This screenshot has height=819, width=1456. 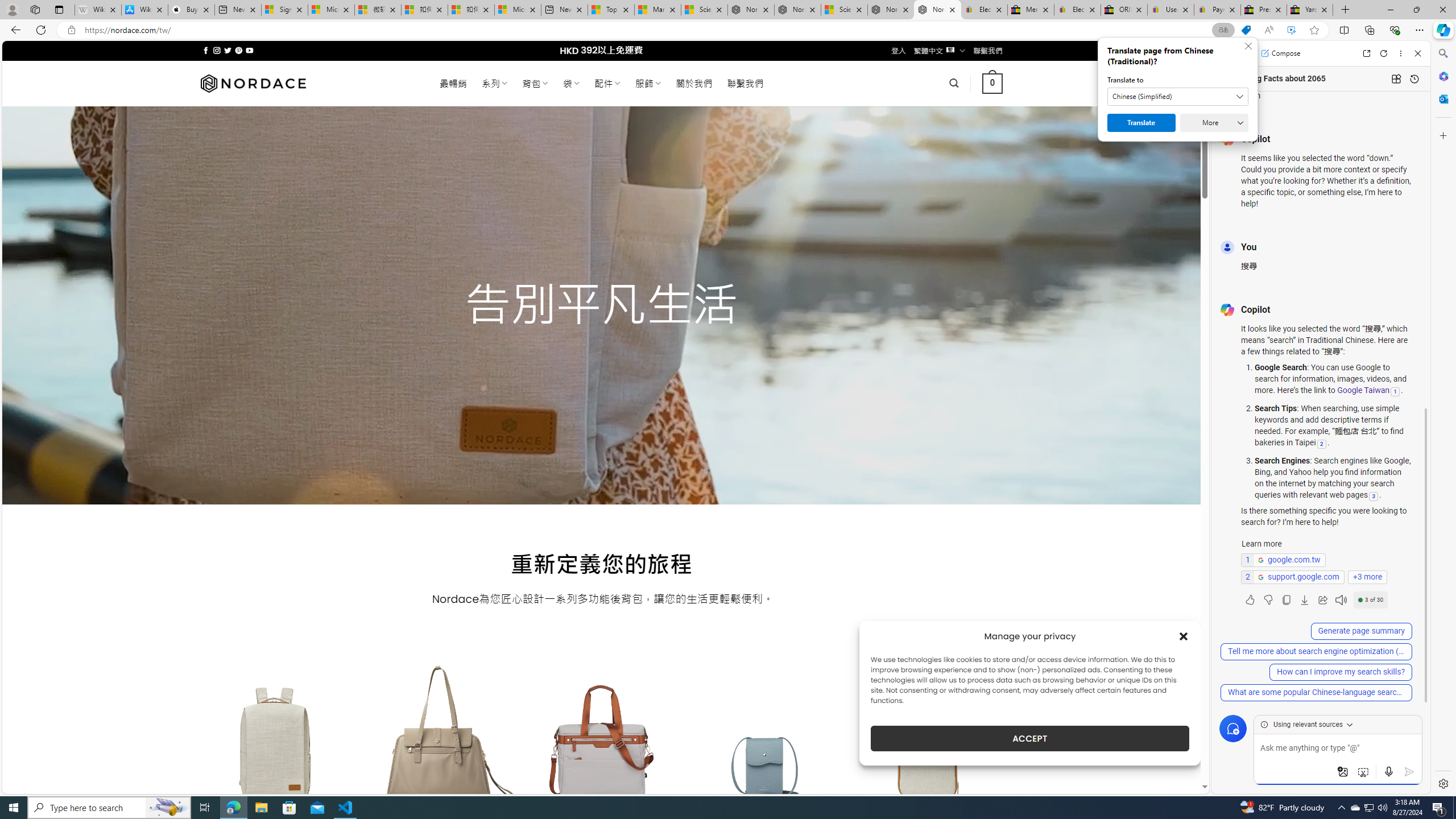 I want to click on 'Compose', so click(x=1280, y=52).